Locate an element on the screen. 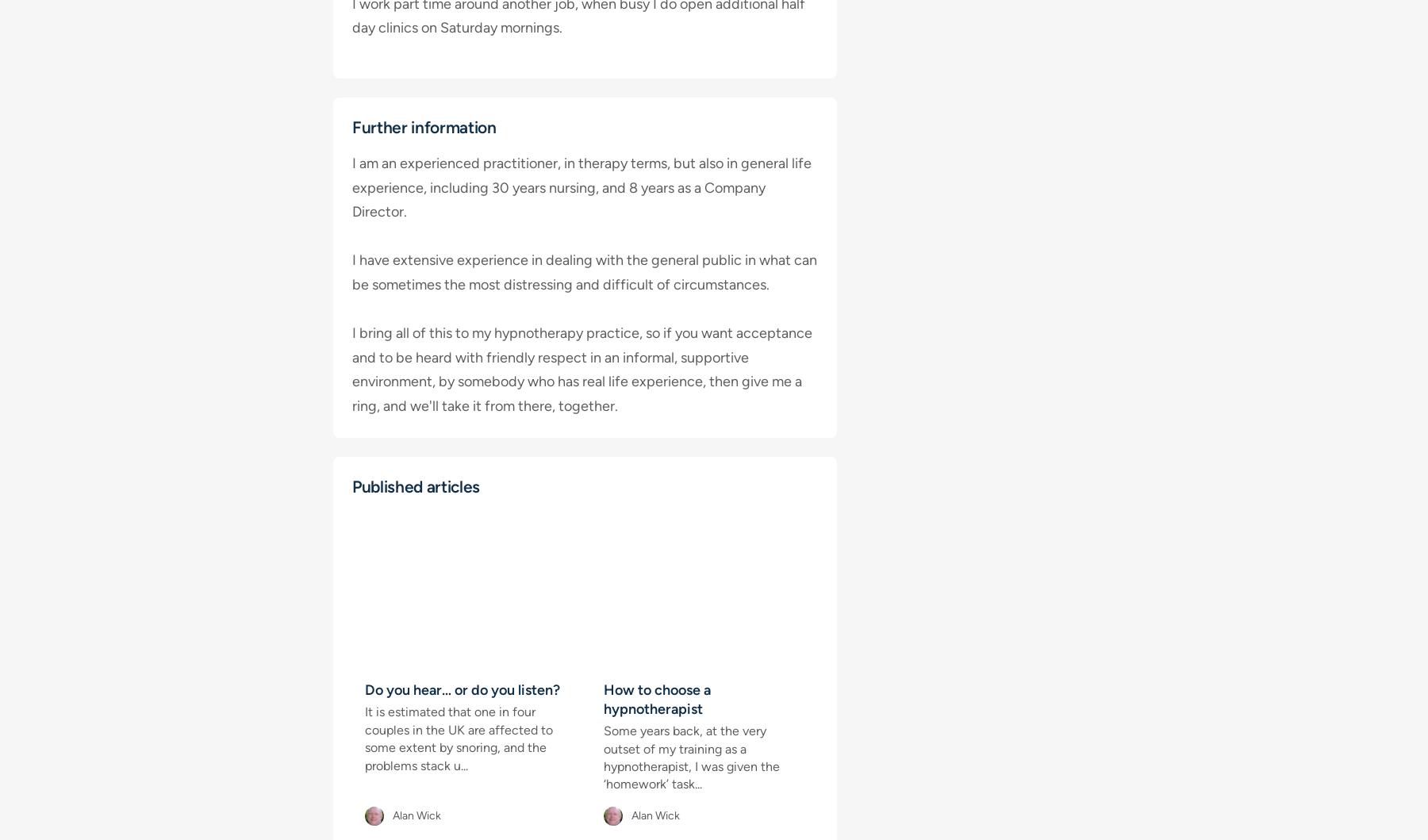  'Some years back, at the very outset of my training as a hypnotherapist, I was given the ‘homework’ task...' is located at coordinates (691, 757).